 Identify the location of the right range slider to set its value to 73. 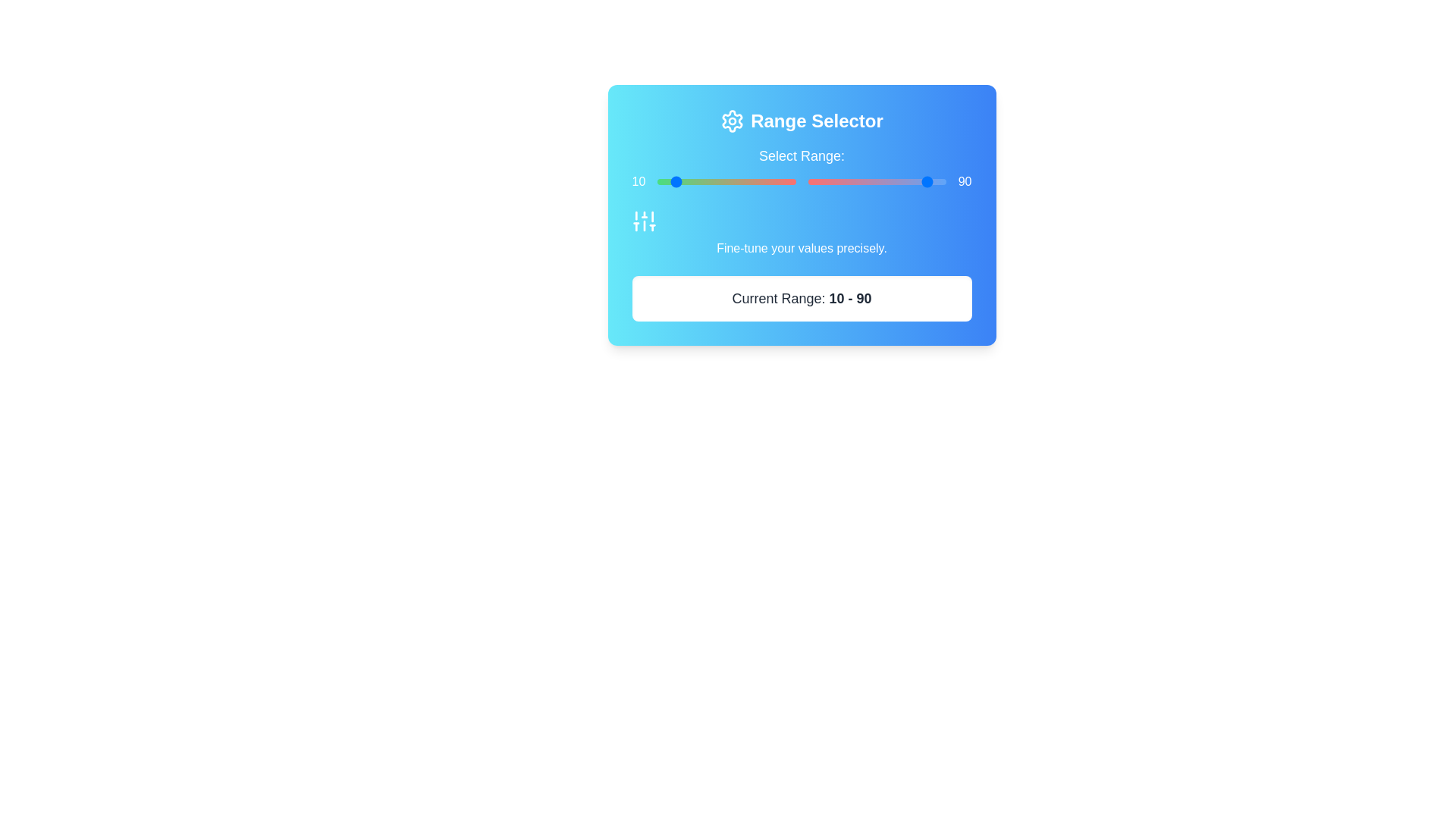
(908, 180).